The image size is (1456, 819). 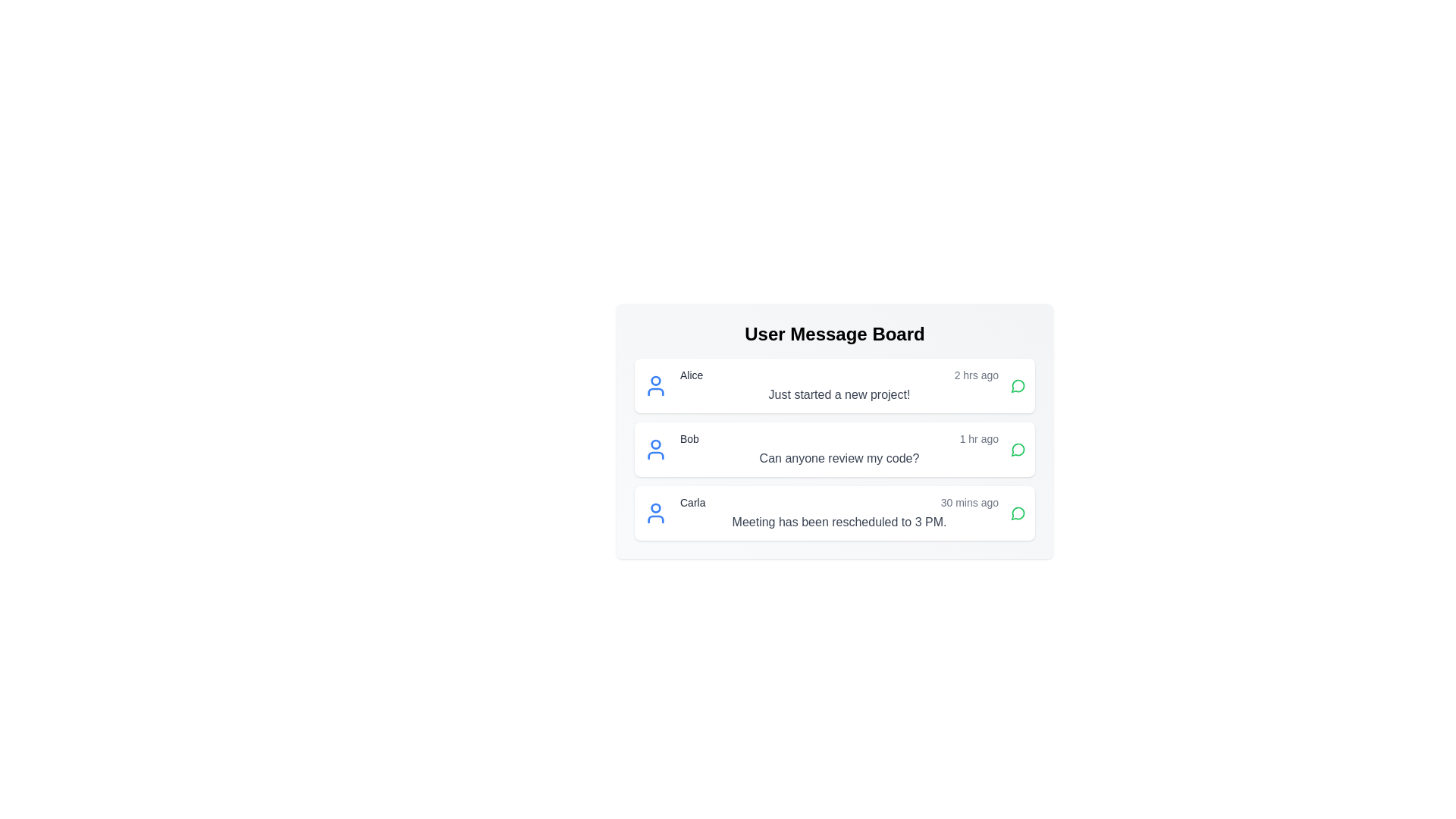 What do you see at coordinates (655, 513) in the screenshot?
I see `the user icon corresponding to Carla` at bounding box center [655, 513].